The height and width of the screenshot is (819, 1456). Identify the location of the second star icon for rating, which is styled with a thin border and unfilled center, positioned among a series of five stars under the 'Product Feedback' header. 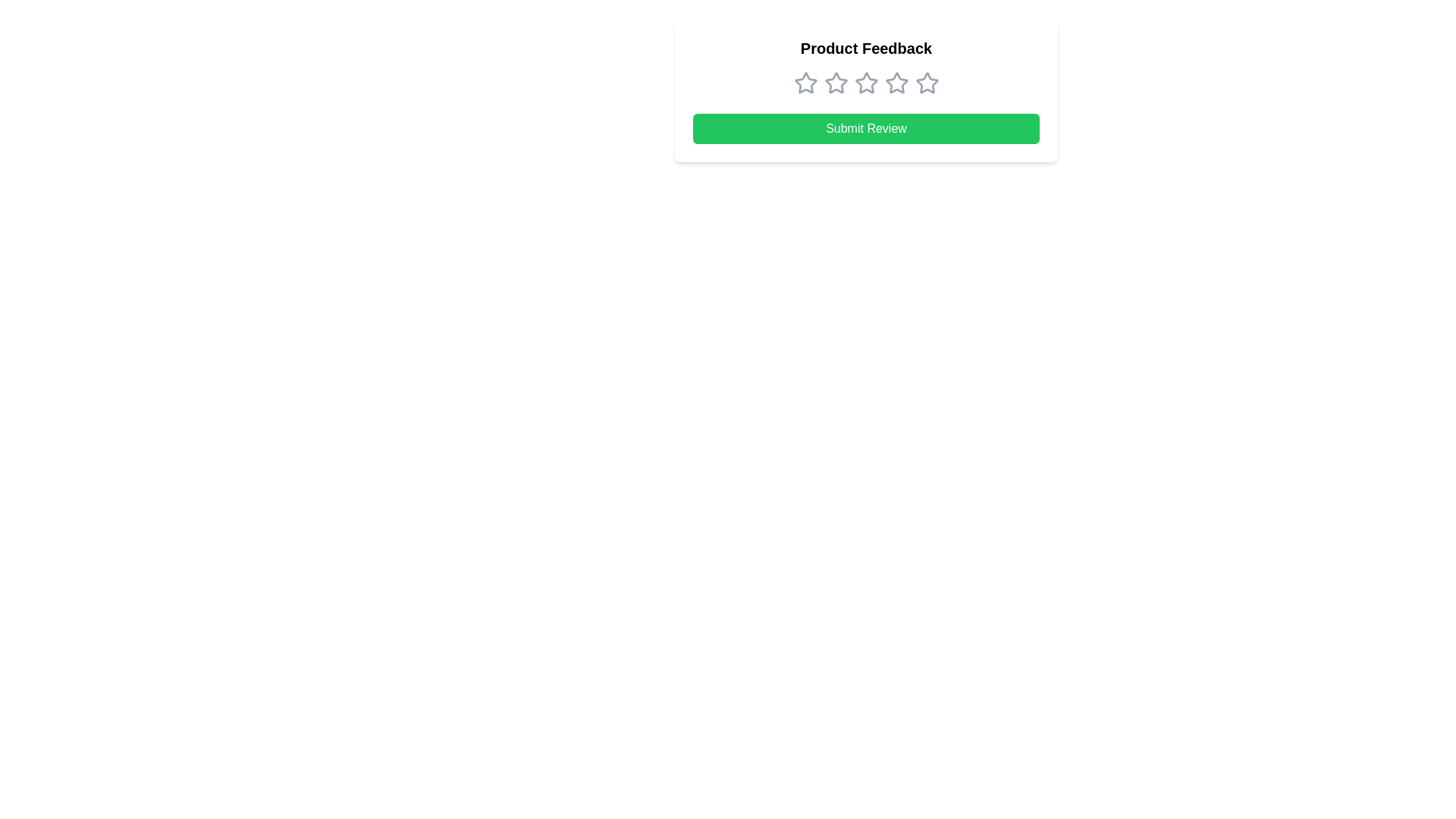
(835, 83).